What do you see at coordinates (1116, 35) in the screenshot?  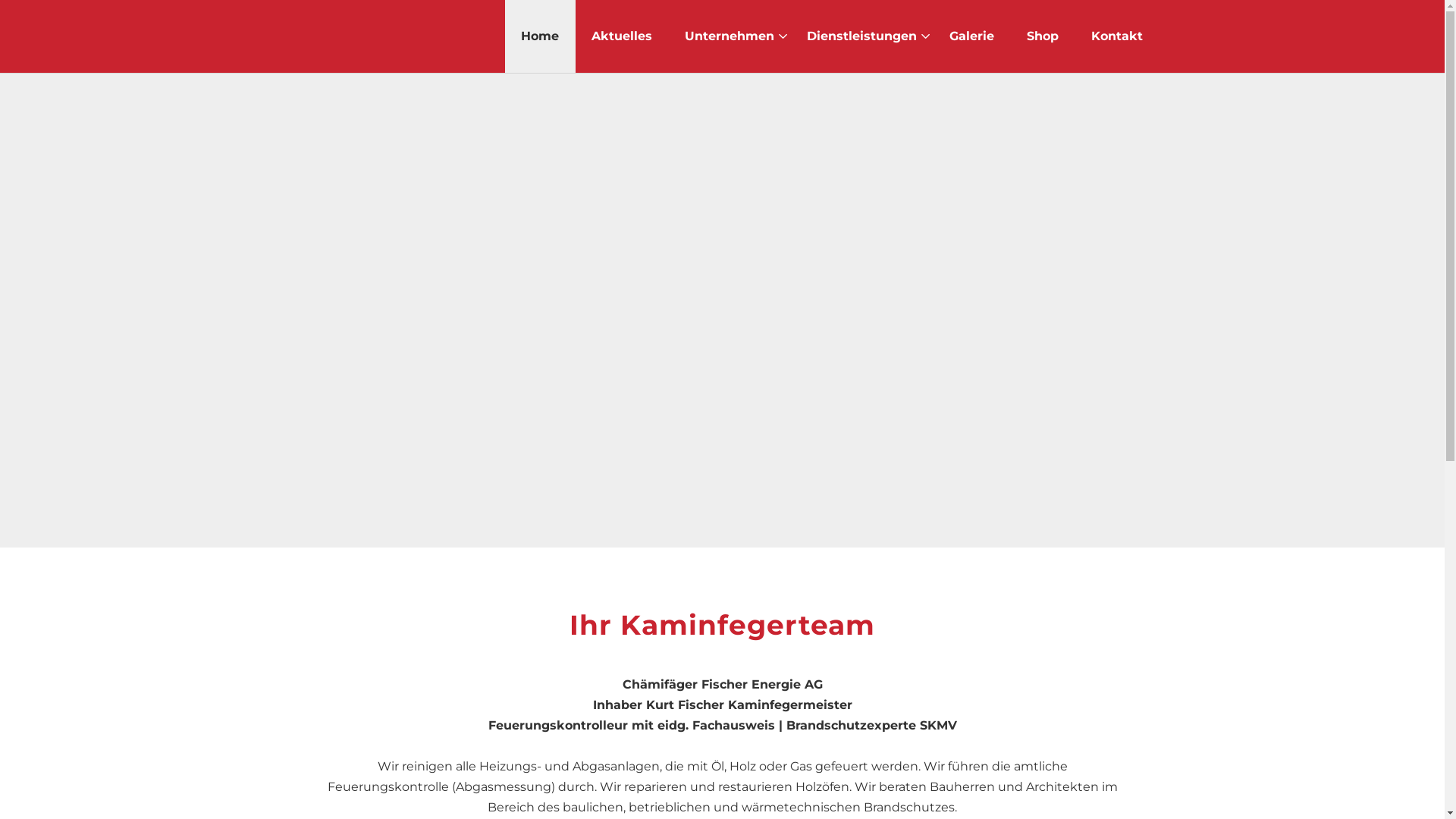 I see `'Kontakt'` at bounding box center [1116, 35].